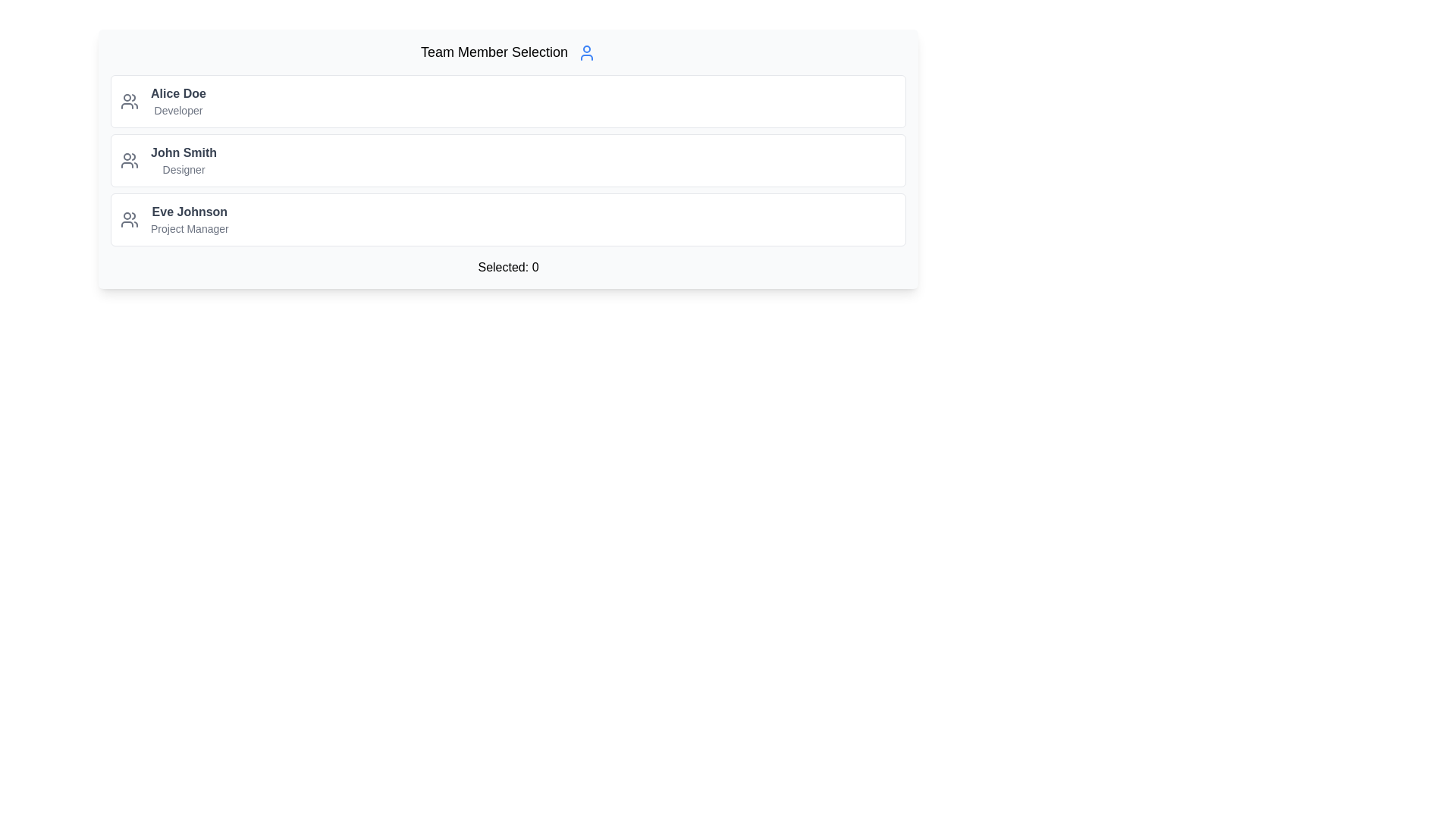 This screenshot has width=1456, height=819. What do you see at coordinates (586, 52) in the screenshot?
I see `the user silhouette icon located to the right of the 'Team Member Selection' text` at bounding box center [586, 52].